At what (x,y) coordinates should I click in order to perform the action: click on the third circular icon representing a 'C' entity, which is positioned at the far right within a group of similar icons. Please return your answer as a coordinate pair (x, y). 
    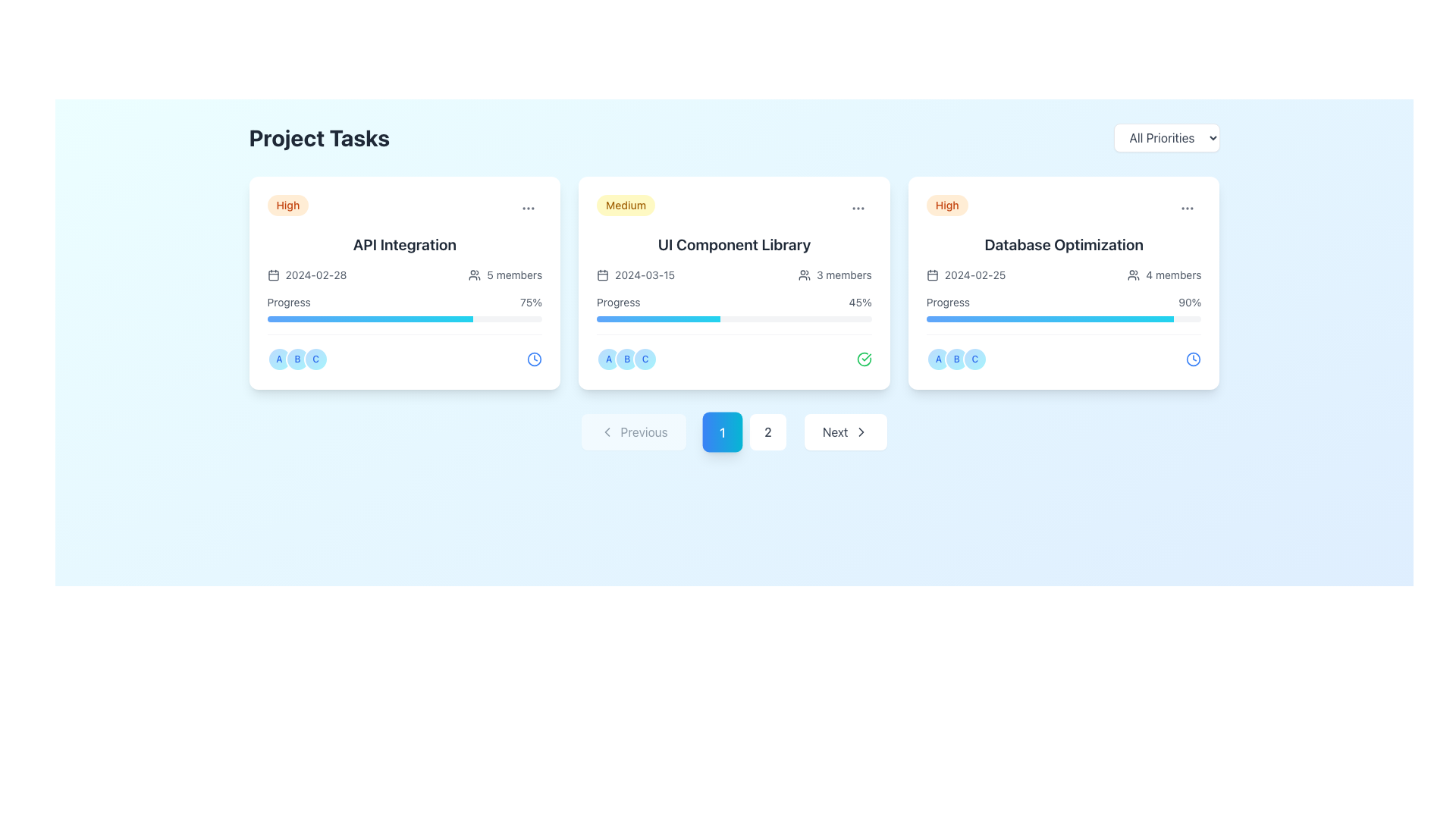
    Looking at the image, I should click on (974, 359).